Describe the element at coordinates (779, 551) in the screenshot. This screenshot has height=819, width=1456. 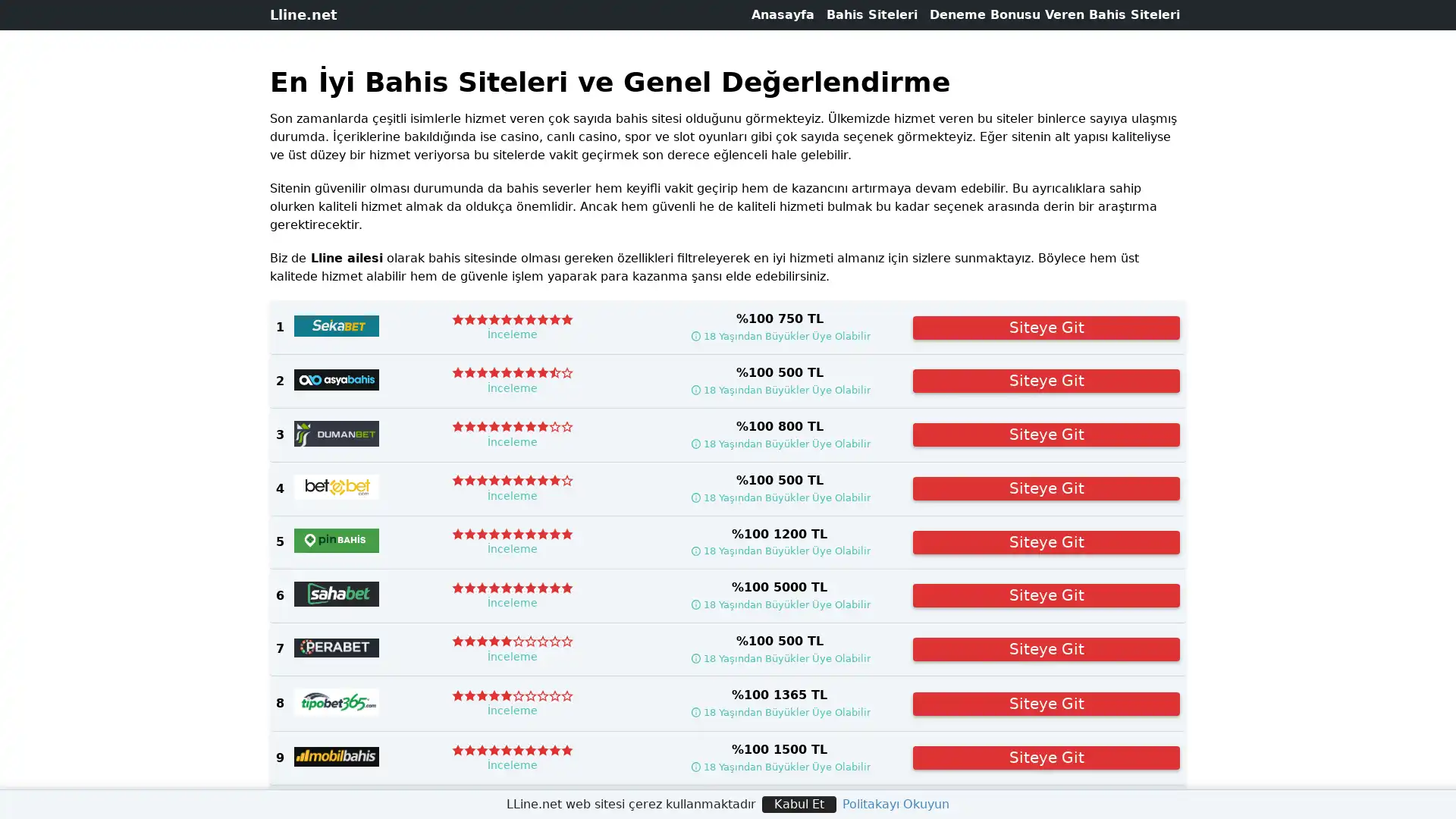
I see `Load terms and conditions` at that location.